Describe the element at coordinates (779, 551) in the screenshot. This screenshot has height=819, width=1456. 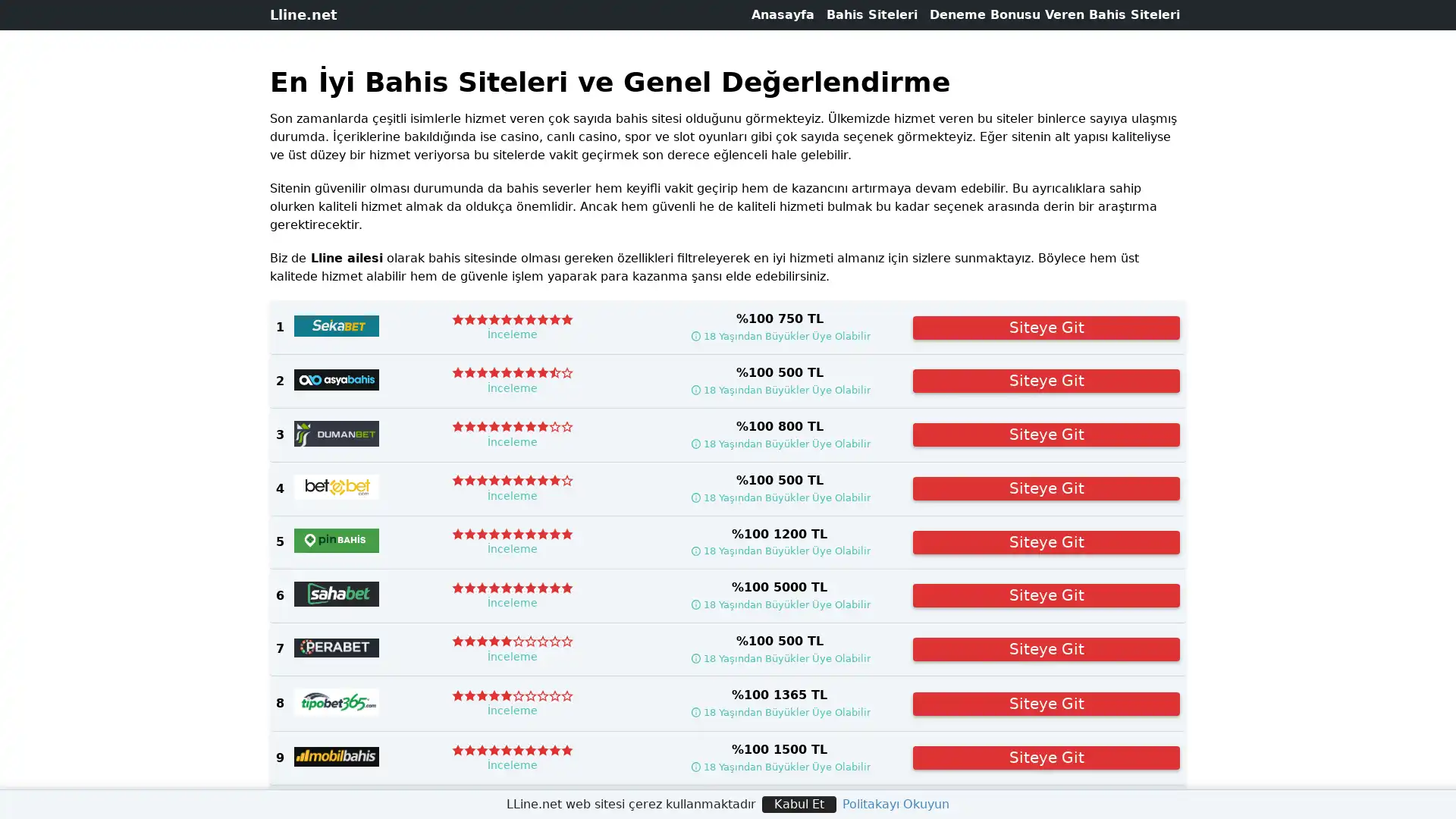
I see `Load terms and conditions` at that location.